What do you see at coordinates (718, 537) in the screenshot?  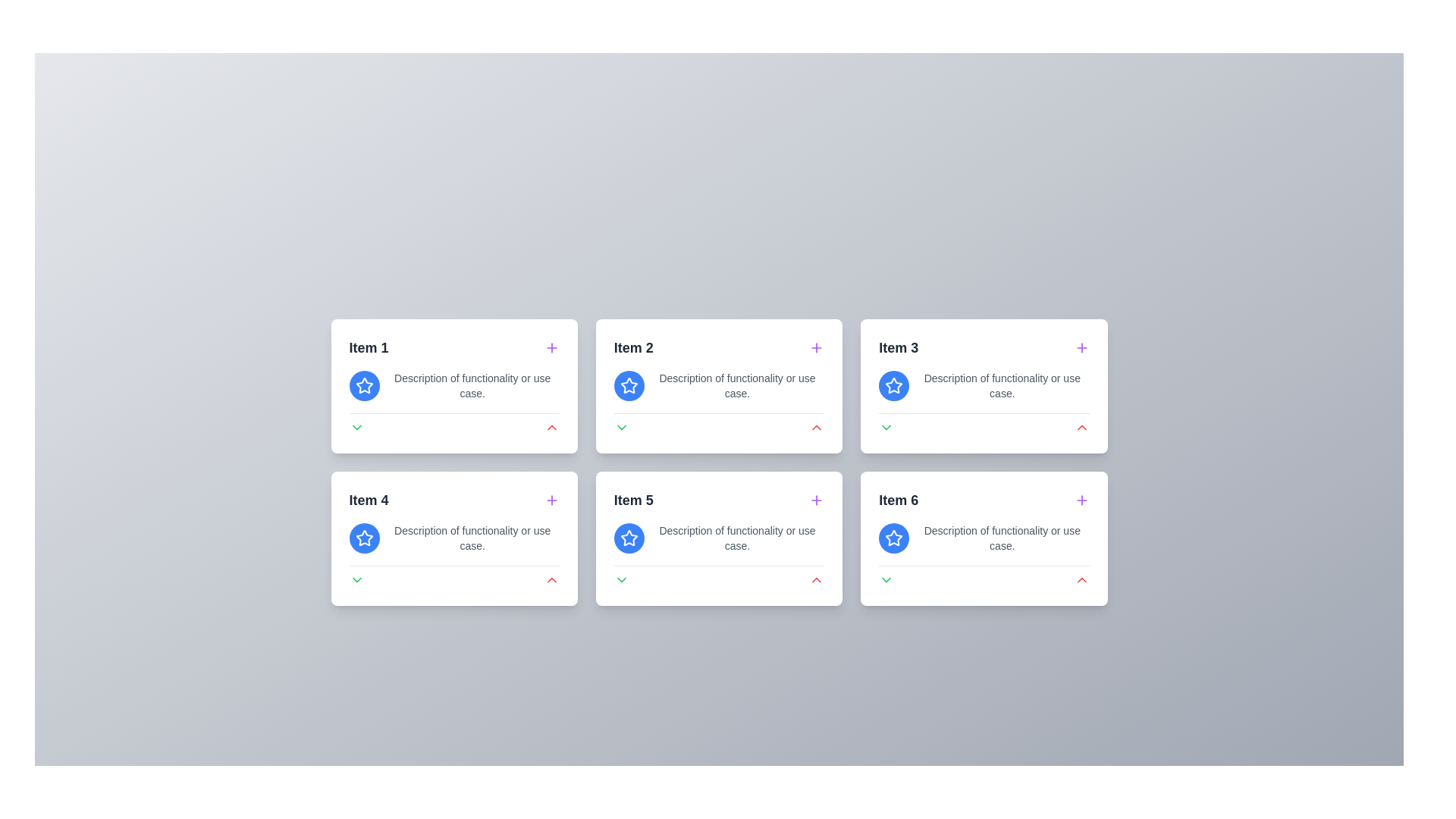 I see `the text label located next to the circular blue button with a white star icon in the 'Item 5' card, positioned in the middle of the second row` at bounding box center [718, 537].